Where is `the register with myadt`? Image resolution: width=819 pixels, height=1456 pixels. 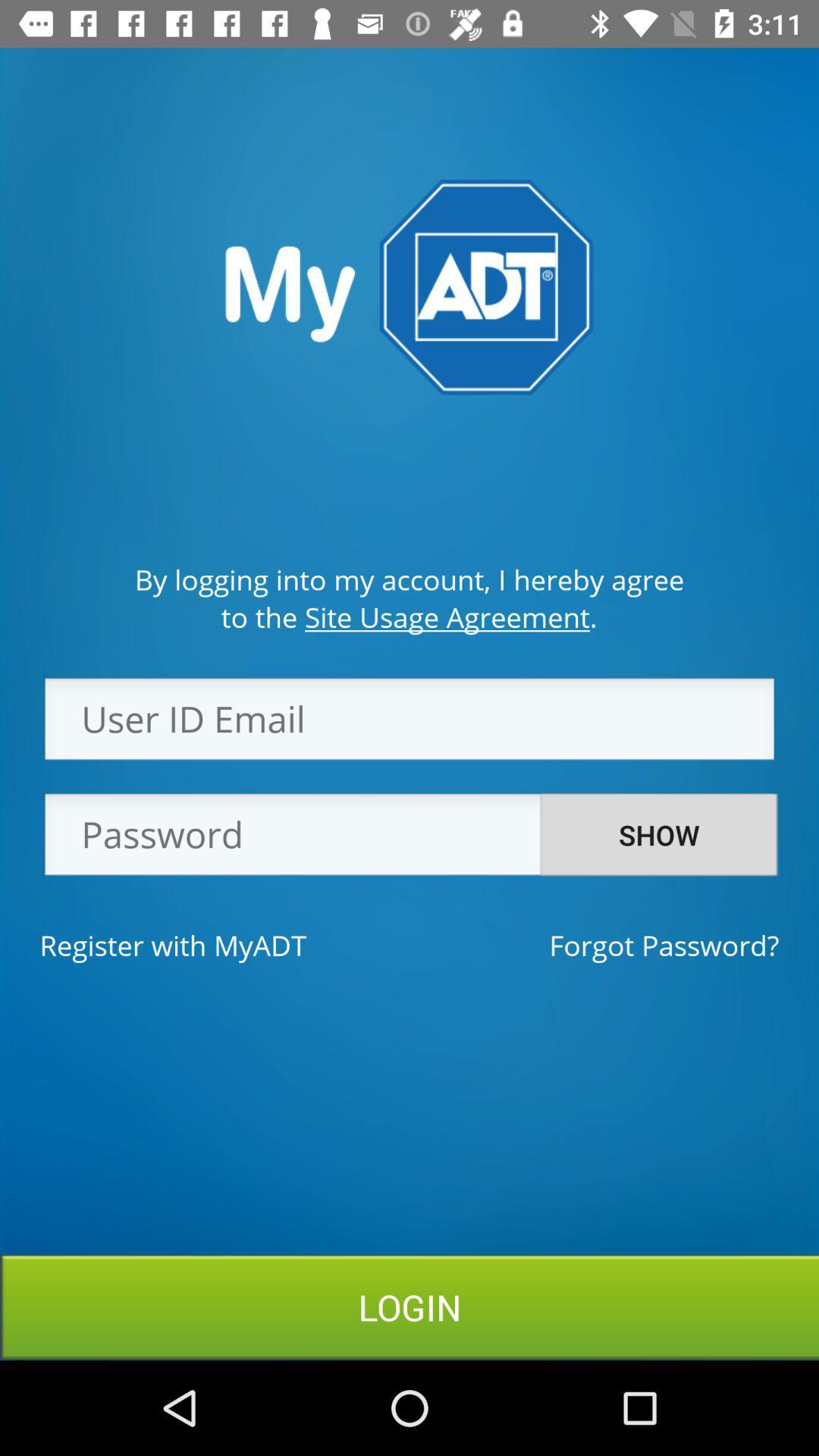
the register with myadt is located at coordinates (172, 944).